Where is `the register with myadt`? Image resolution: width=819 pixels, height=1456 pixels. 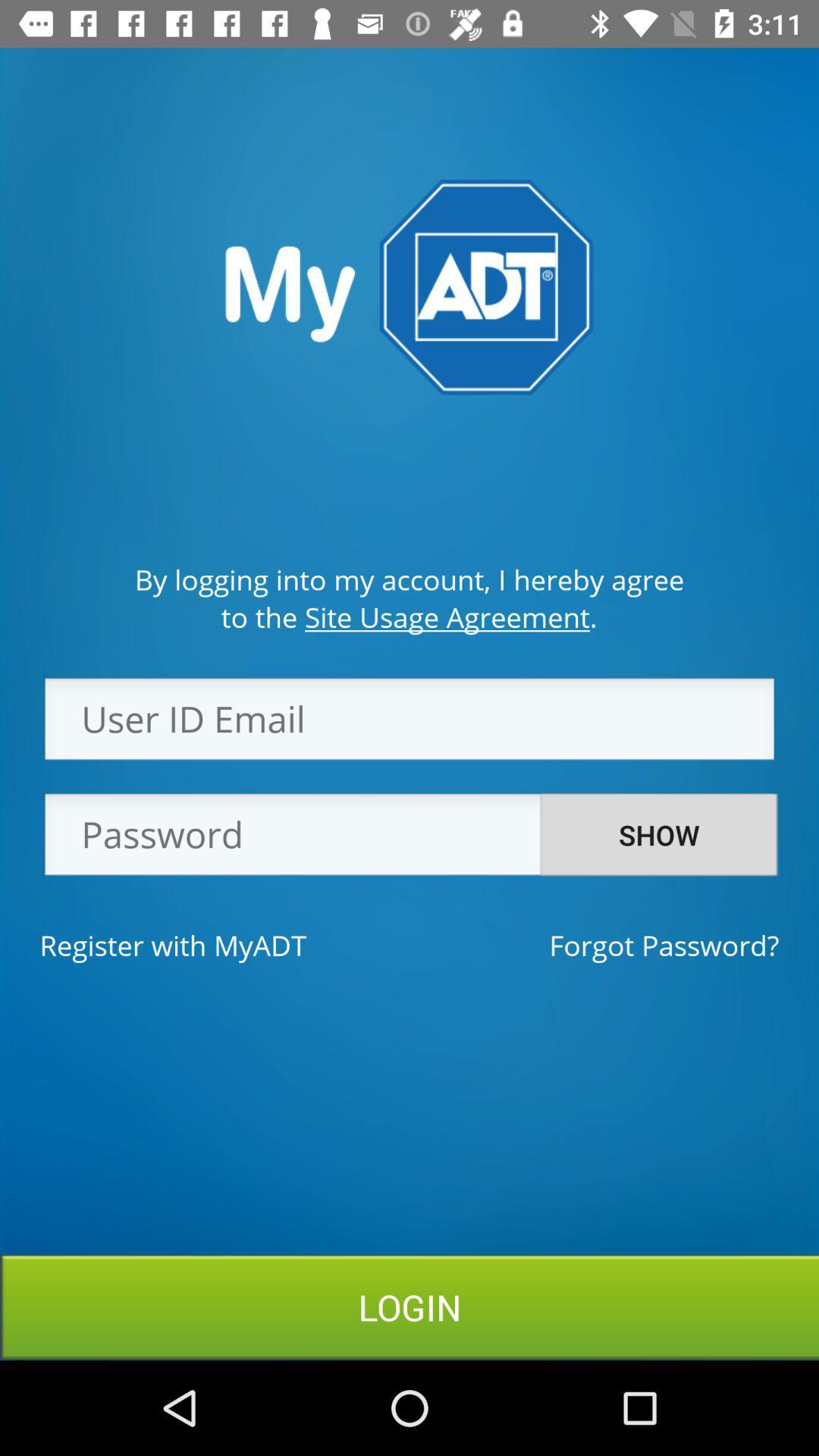
the register with myadt is located at coordinates (172, 944).